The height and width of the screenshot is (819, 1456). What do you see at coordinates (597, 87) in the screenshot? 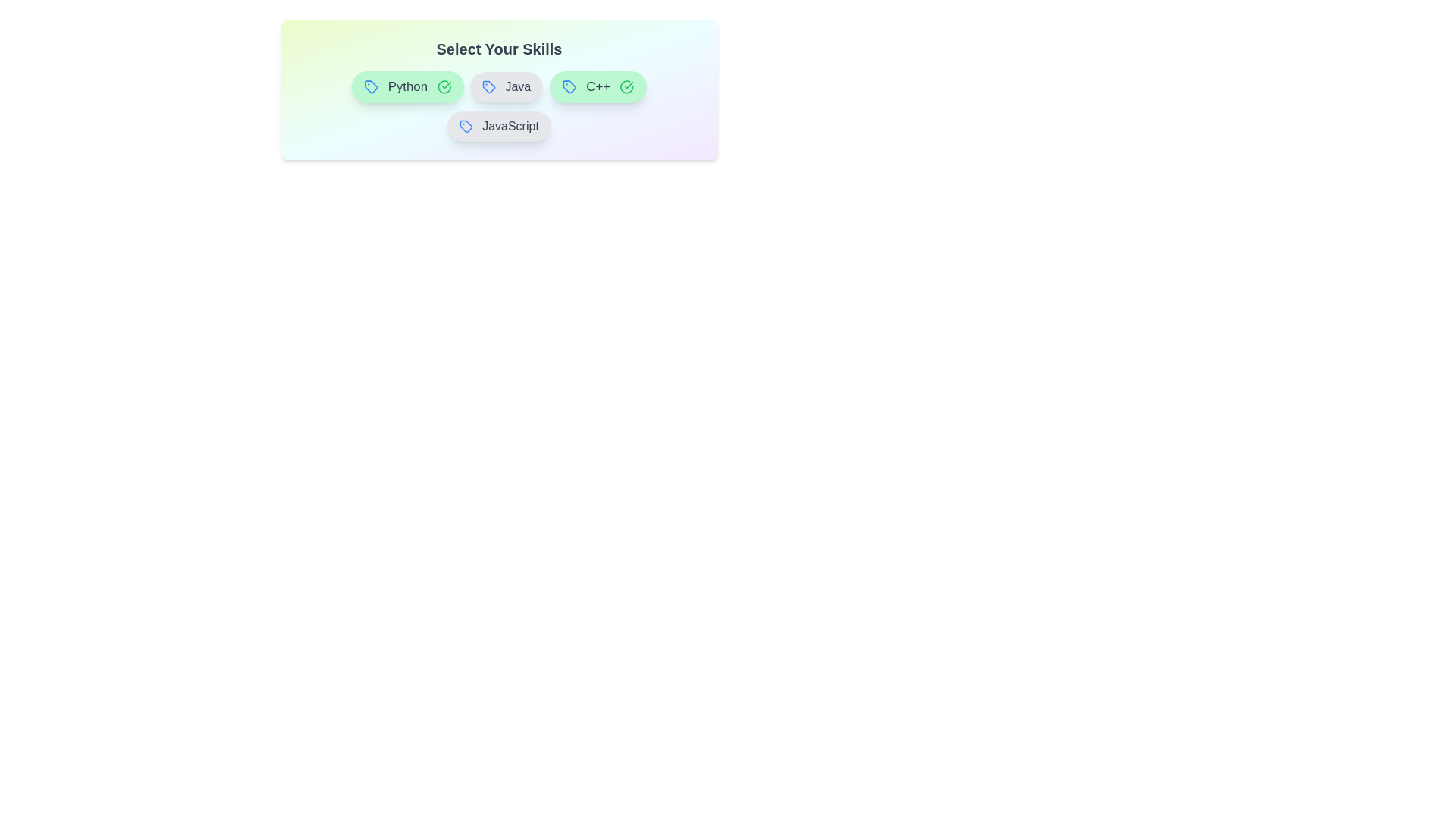
I see `the skill badge labeled C++` at bounding box center [597, 87].